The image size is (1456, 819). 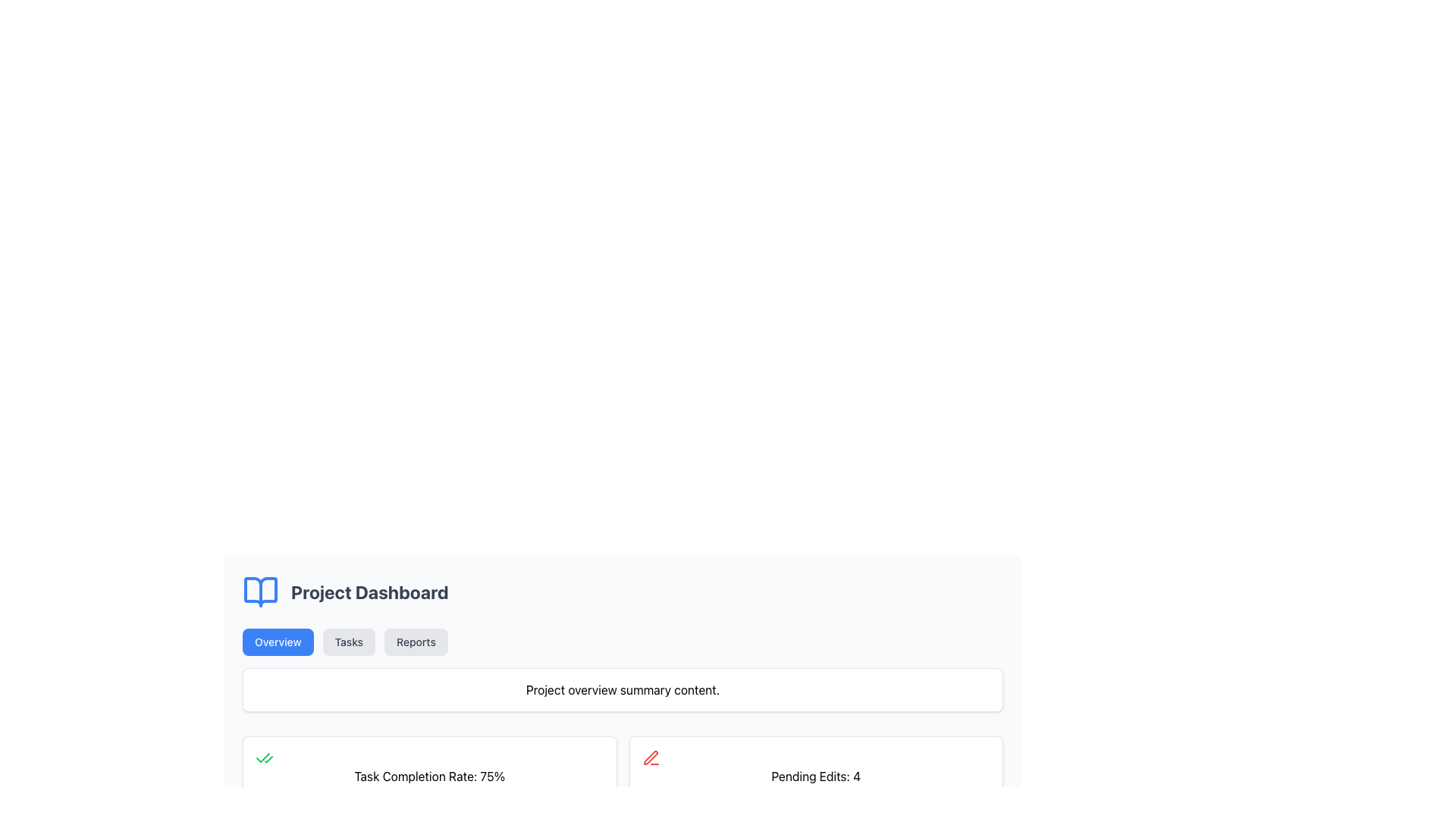 I want to click on the 'Tasks' navigational button located below the 'Project Dashboard' header to potentially see a tooltip, so click(x=348, y=642).